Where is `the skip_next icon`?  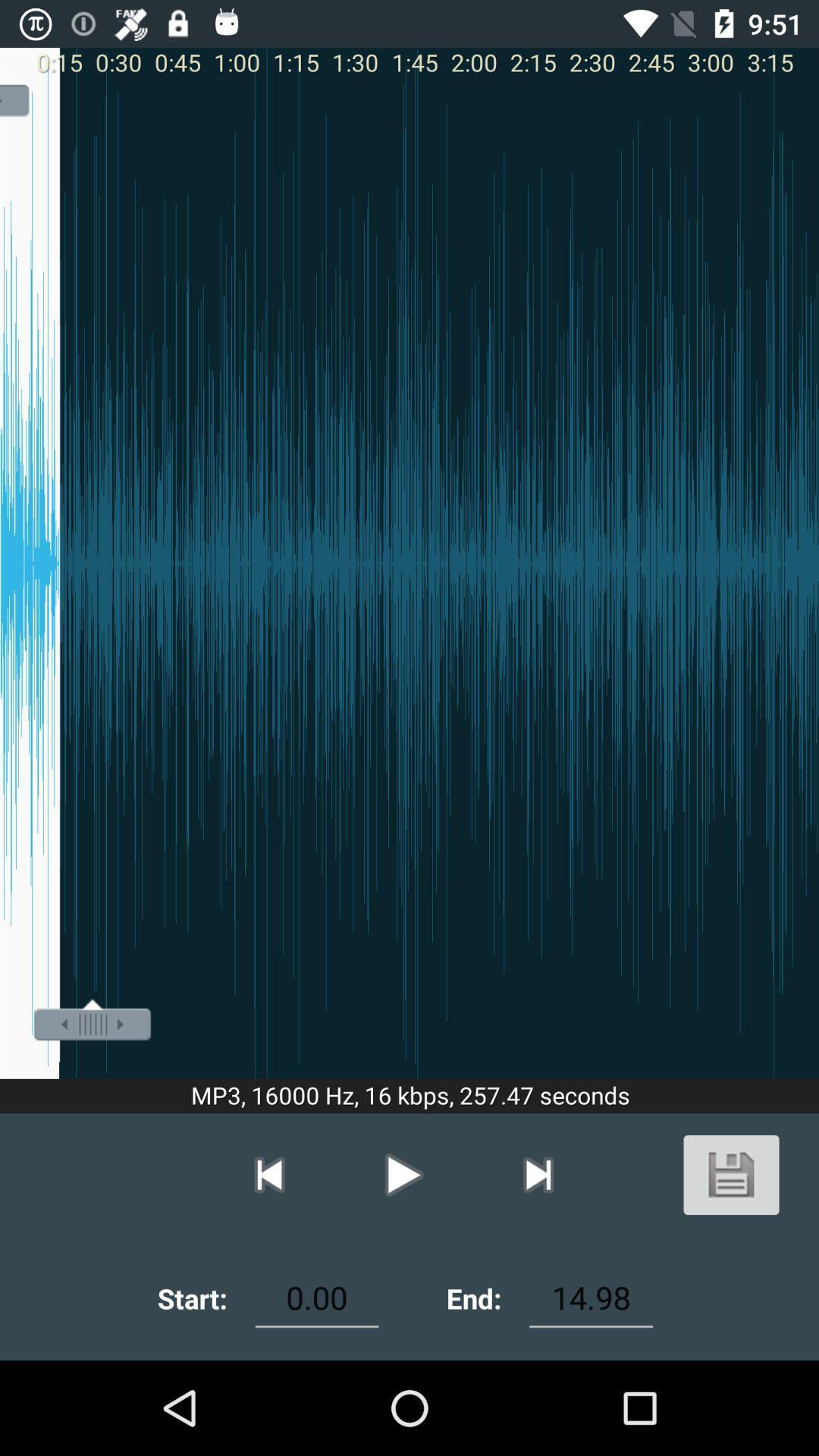 the skip_next icon is located at coordinates (538, 1174).